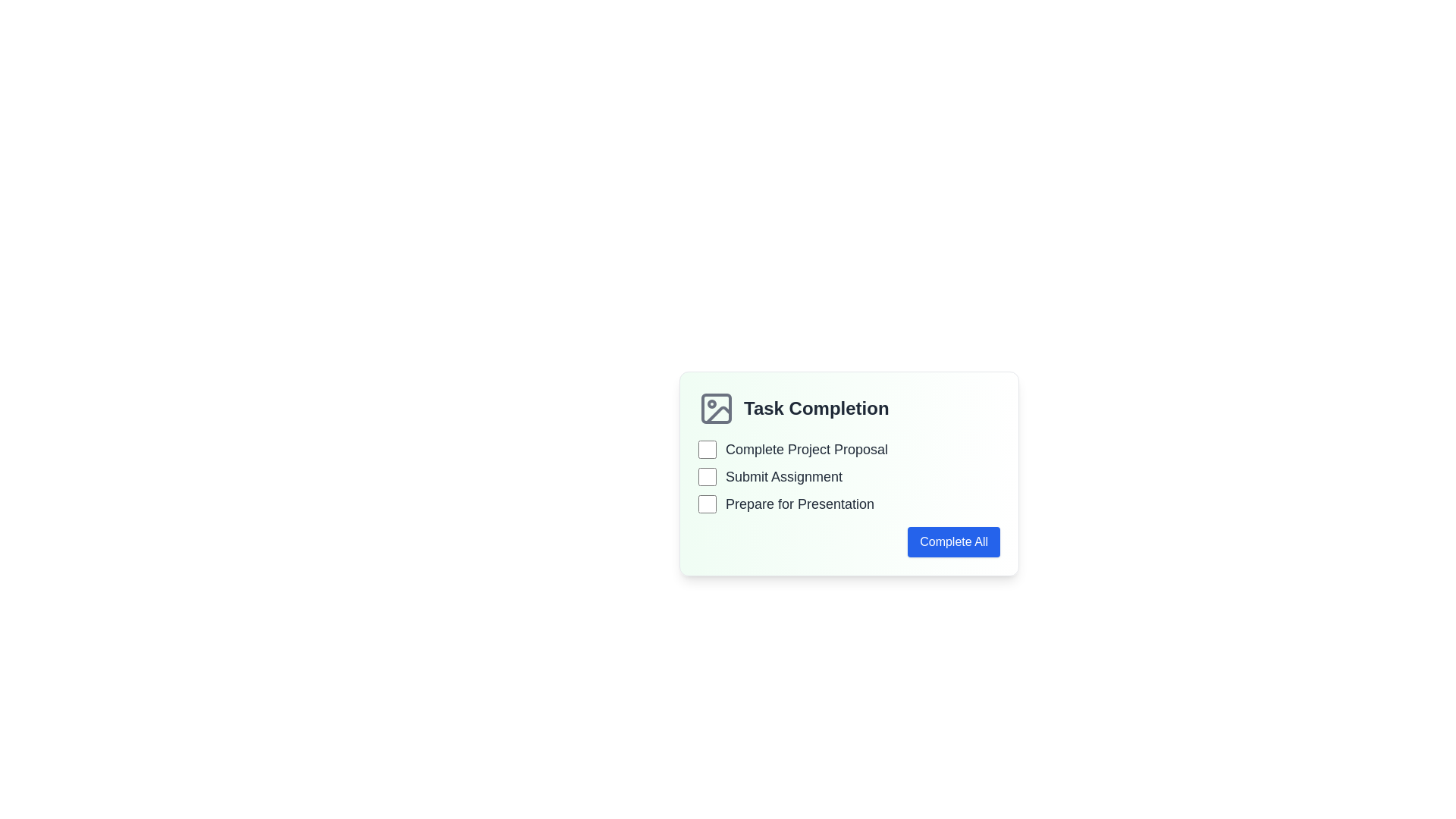 The height and width of the screenshot is (819, 1456). Describe the element at coordinates (784, 475) in the screenshot. I see `the text label 'Submit Assignment' which is styled in a larger font size and dark gray color, located` at that location.